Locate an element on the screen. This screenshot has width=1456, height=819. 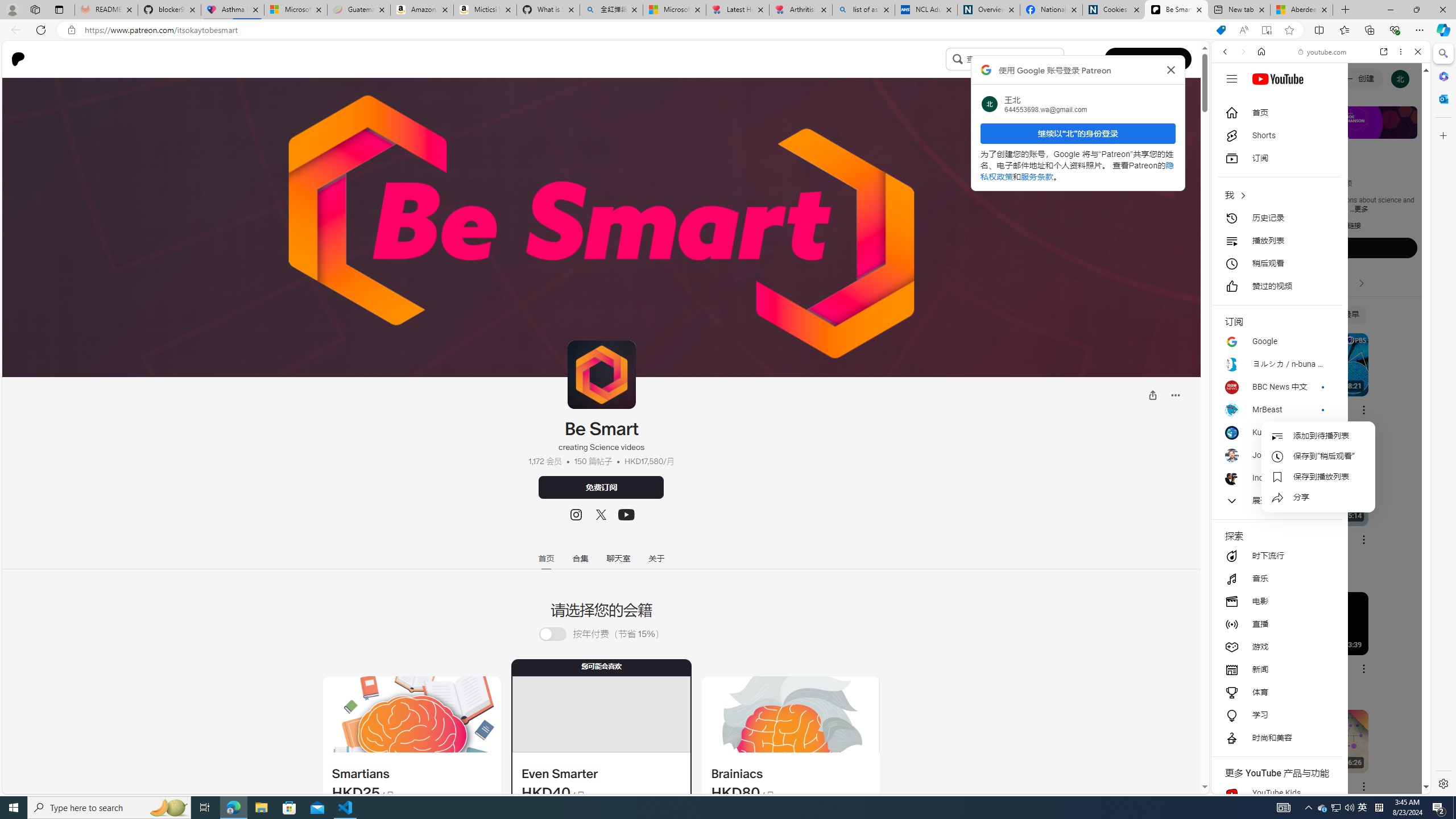
'Search Filter, Search Tools' is located at coordinates (1350, 129).